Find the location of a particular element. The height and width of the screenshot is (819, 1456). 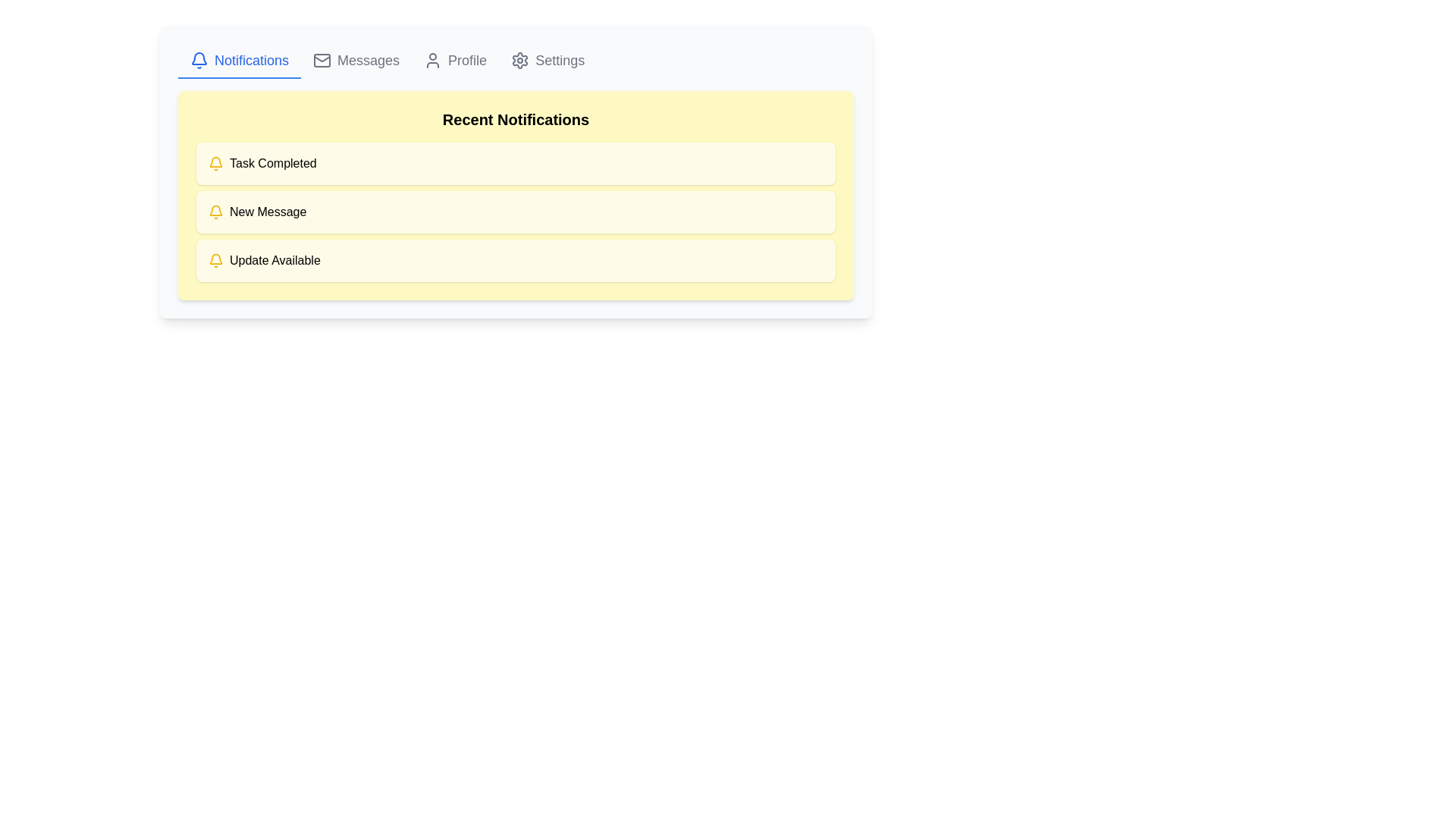

the rectangular shape with rounded corners representing the main body of the envelope icon located in the navigation section, centered horizontally between the 'Notifications' and 'Profile' icons is located at coordinates (322, 60).